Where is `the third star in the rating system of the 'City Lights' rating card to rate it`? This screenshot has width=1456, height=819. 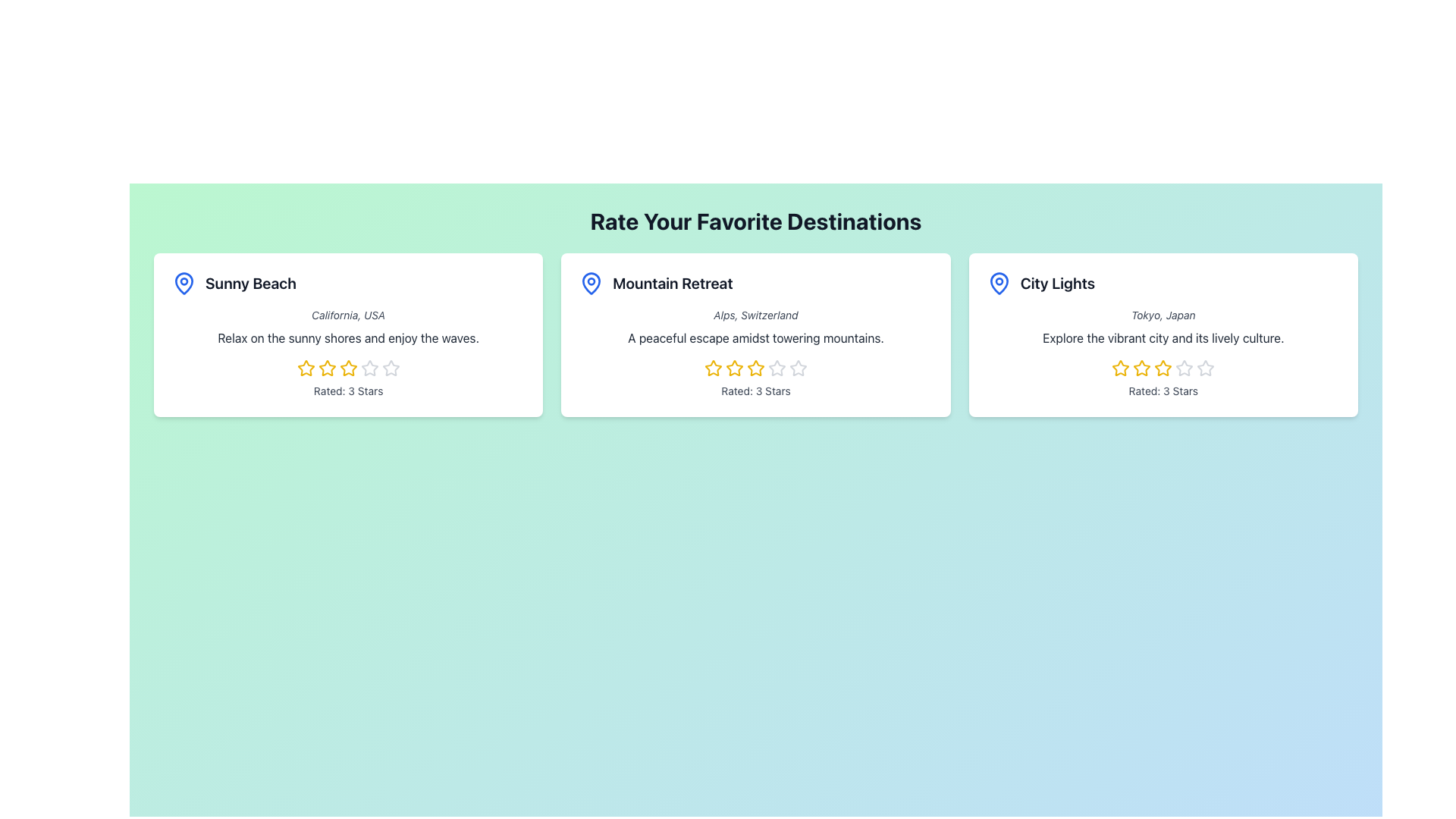
the third star in the rating system of the 'City Lights' rating card to rate it is located at coordinates (1142, 369).